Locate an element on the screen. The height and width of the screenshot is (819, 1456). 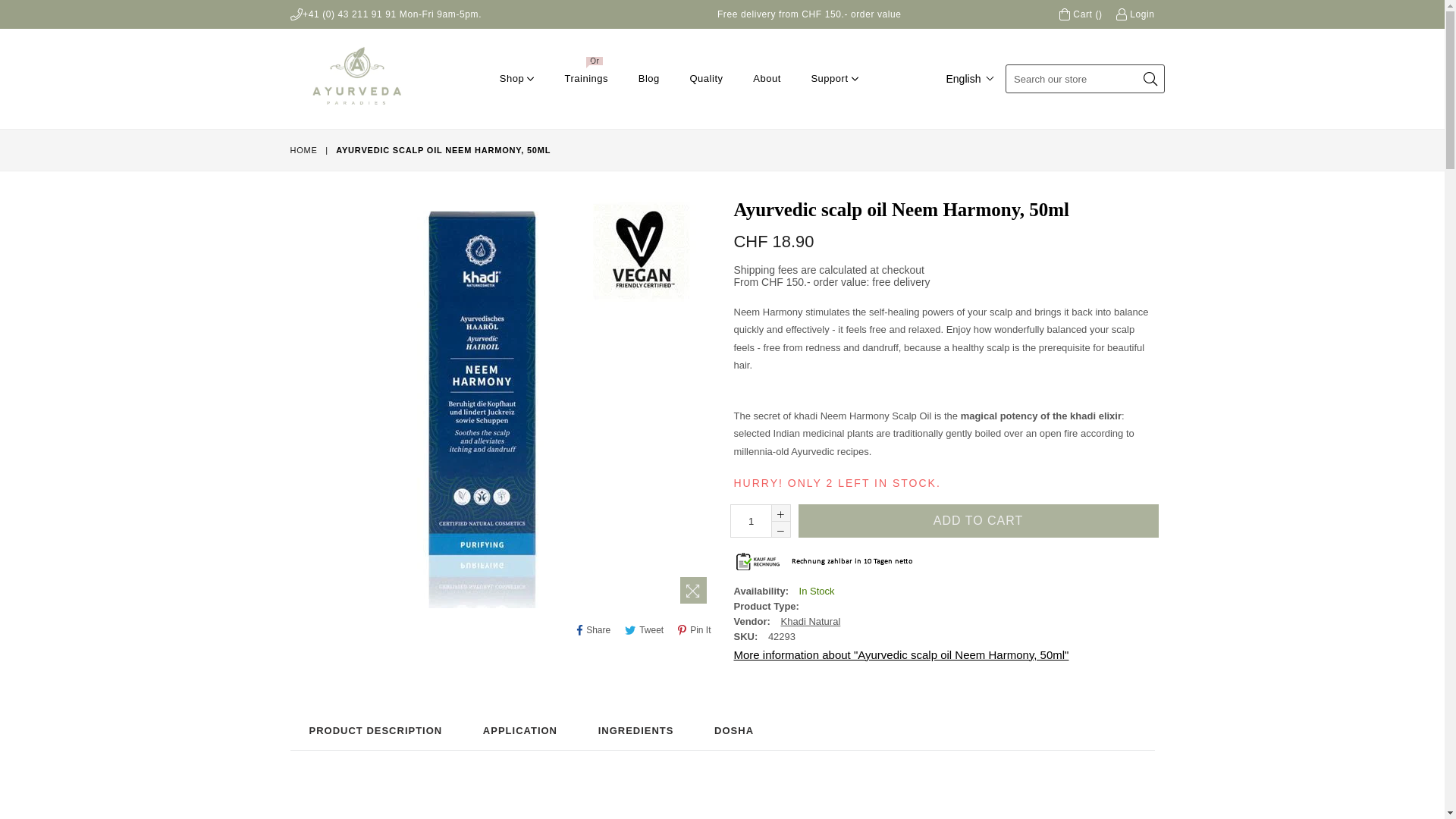
'About' is located at coordinates (739, 79).